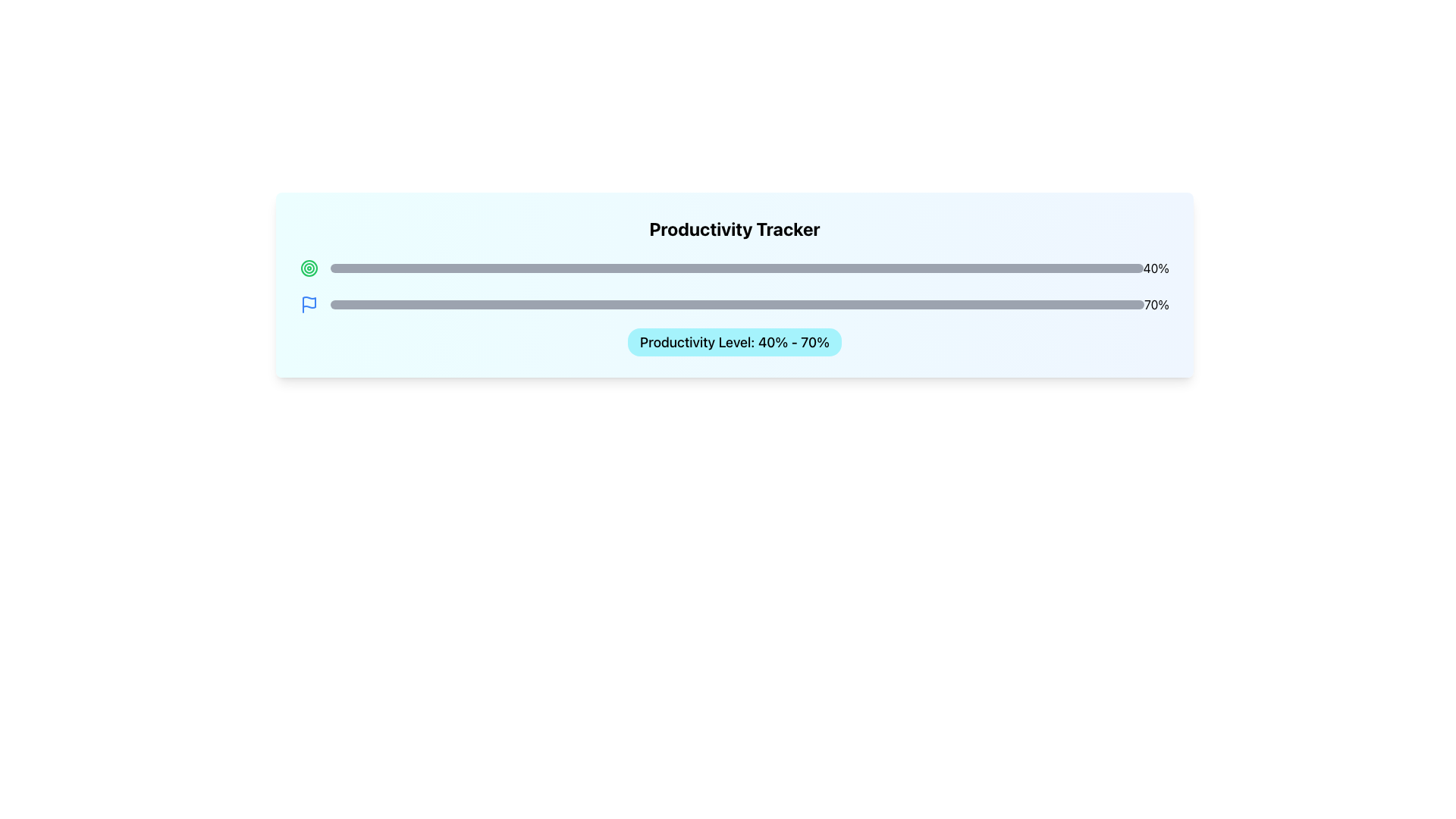 This screenshot has width=1456, height=819. I want to click on the productivity level slider, so click(792, 268).